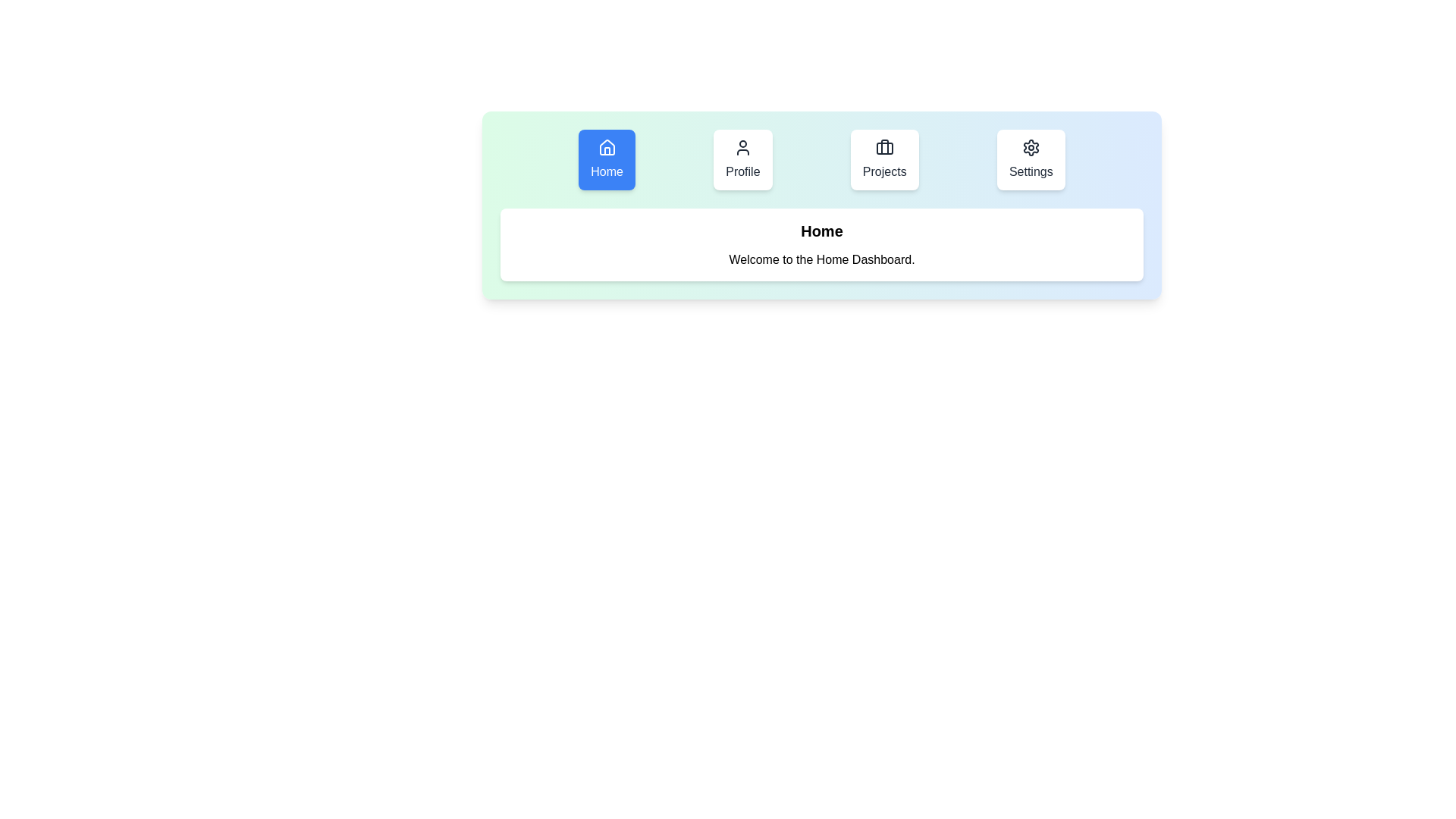  What do you see at coordinates (742, 160) in the screenshot?
I see `the Profile tab to observe its hover effect` at bounding box center [742, 160].